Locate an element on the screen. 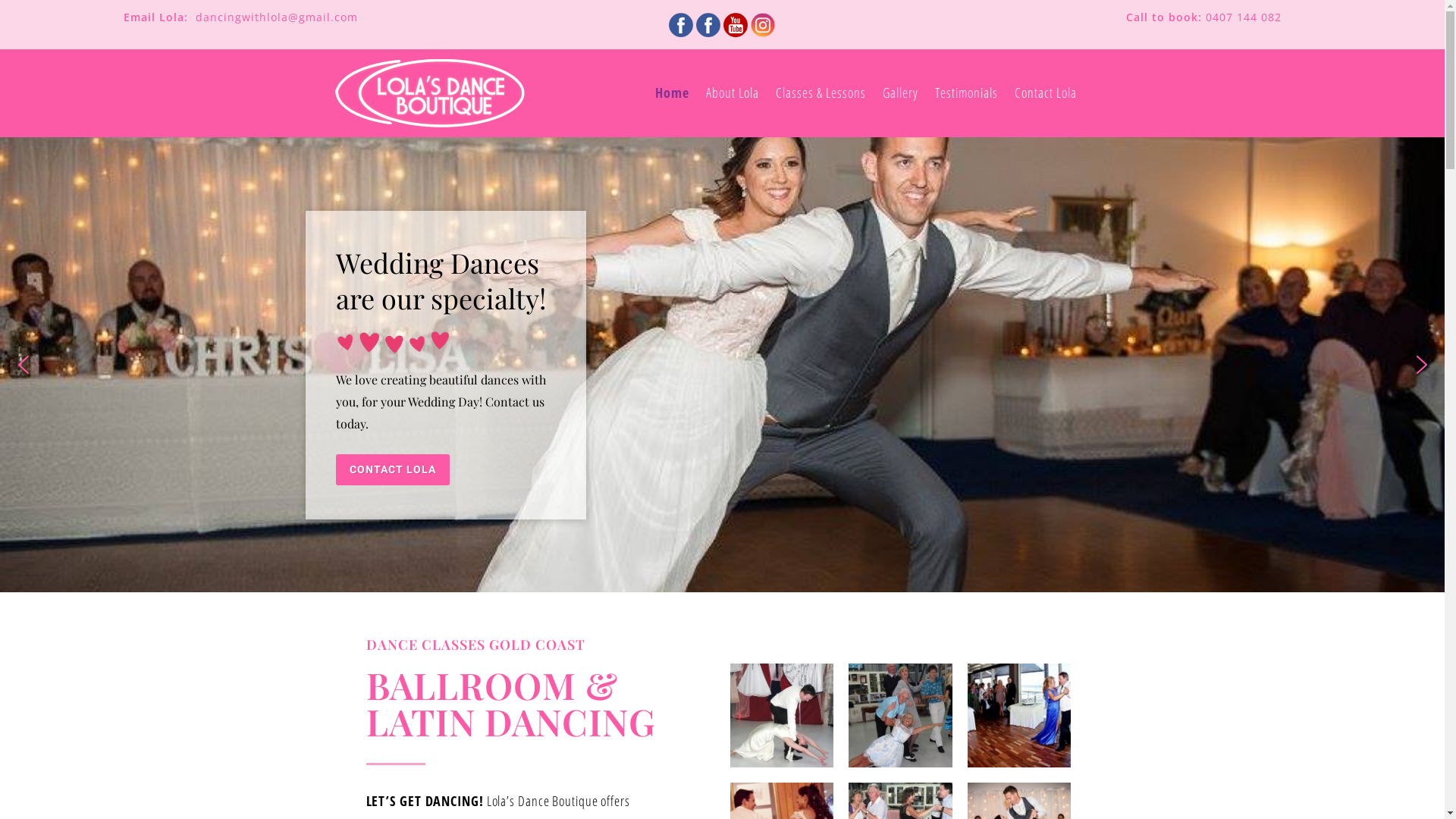 The width and height of the screenshot is (1456, 819). 'Instagram' is located at coordinates (750, 25).